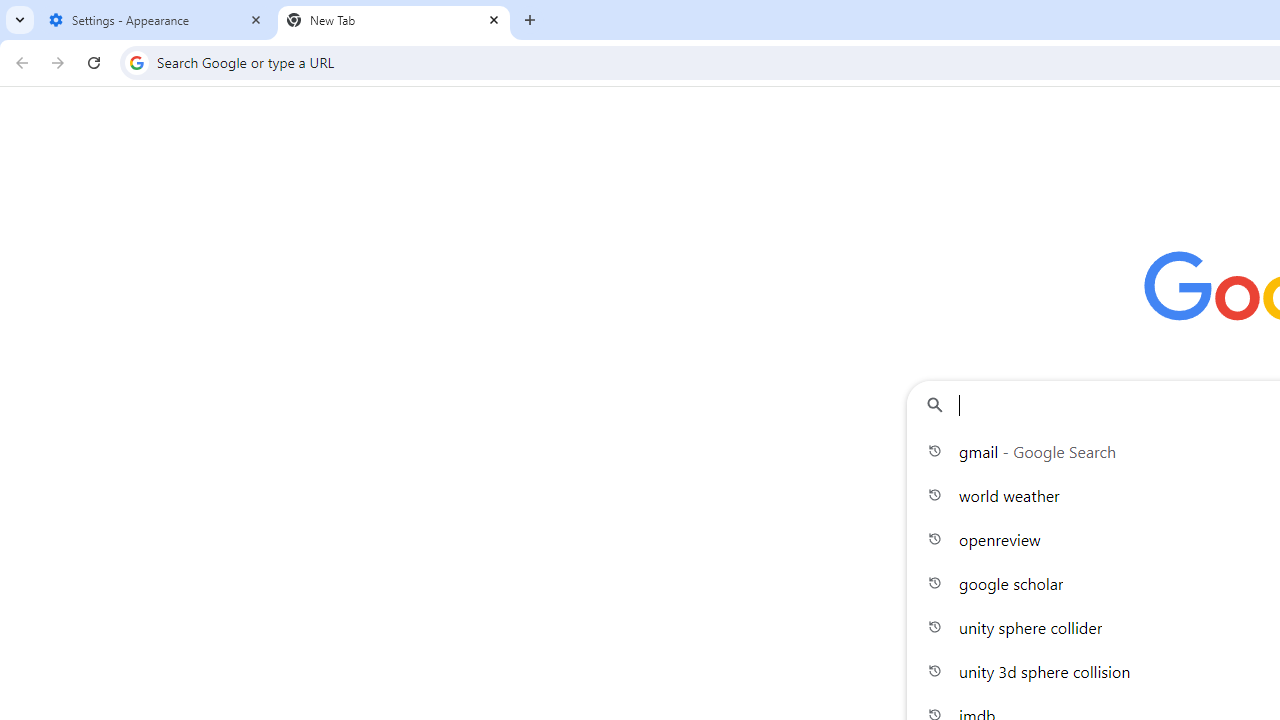 The width and height of the screenshot is (1280, 720). I want to click on 'New Tab', so click(394, 20).